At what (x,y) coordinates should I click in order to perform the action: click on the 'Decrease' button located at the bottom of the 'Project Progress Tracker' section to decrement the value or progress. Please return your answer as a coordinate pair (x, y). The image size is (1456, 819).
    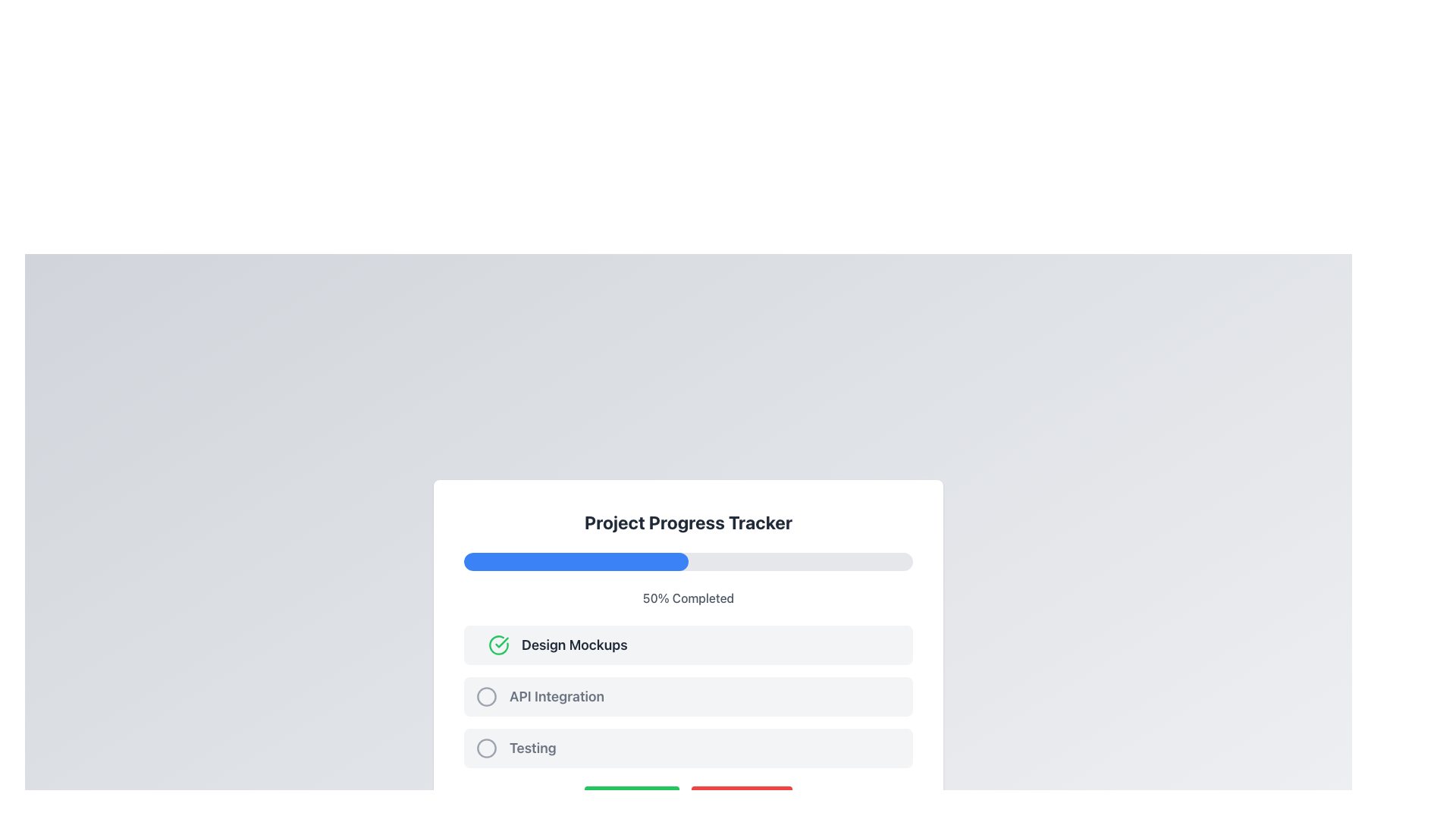
    Looking at the image, I should click on (687, 800).